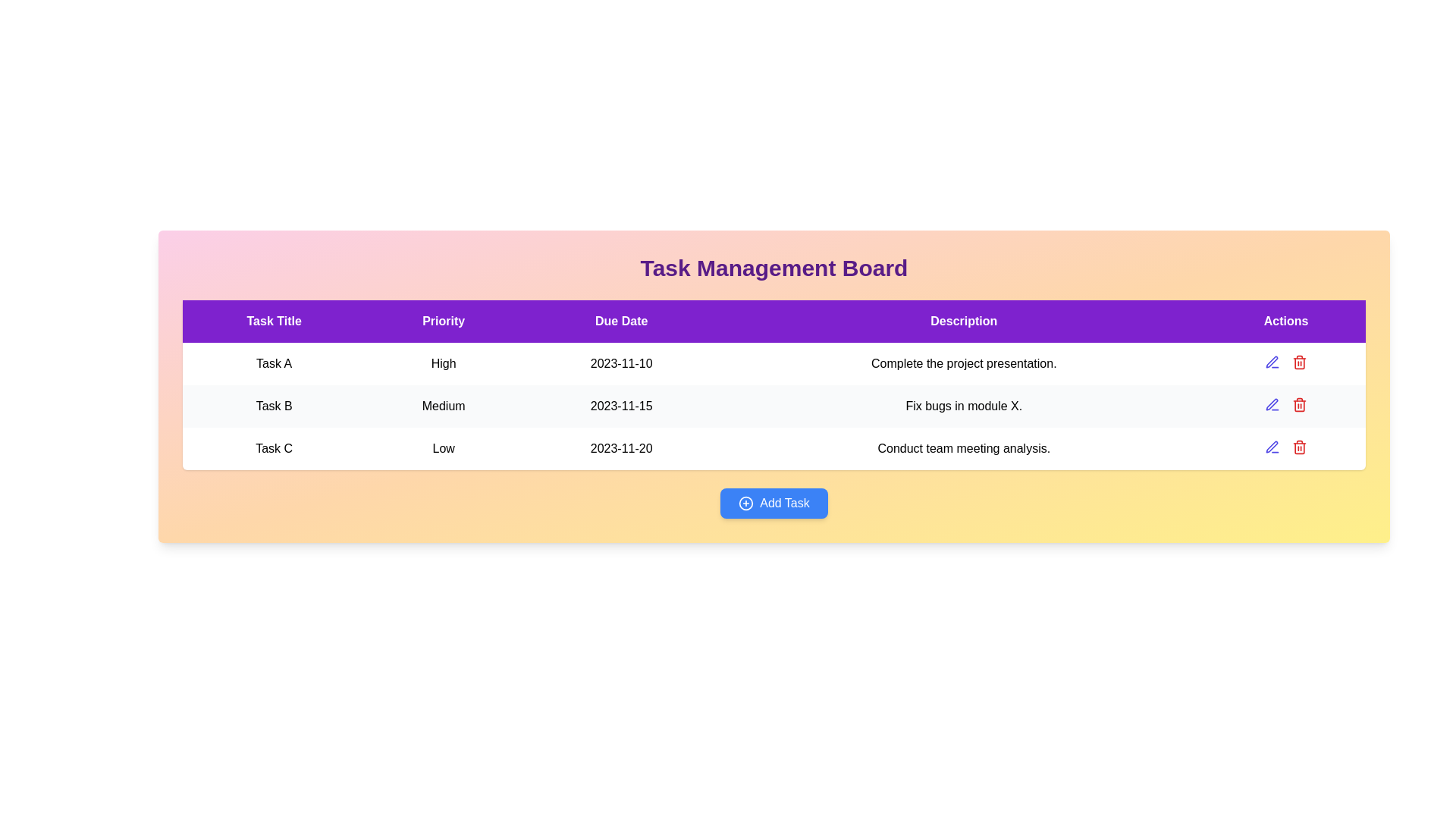  I want to click on Table Header Row that serves as the header for the table, naming the categories of each column, located at the top of the table body, so click(774, 321).